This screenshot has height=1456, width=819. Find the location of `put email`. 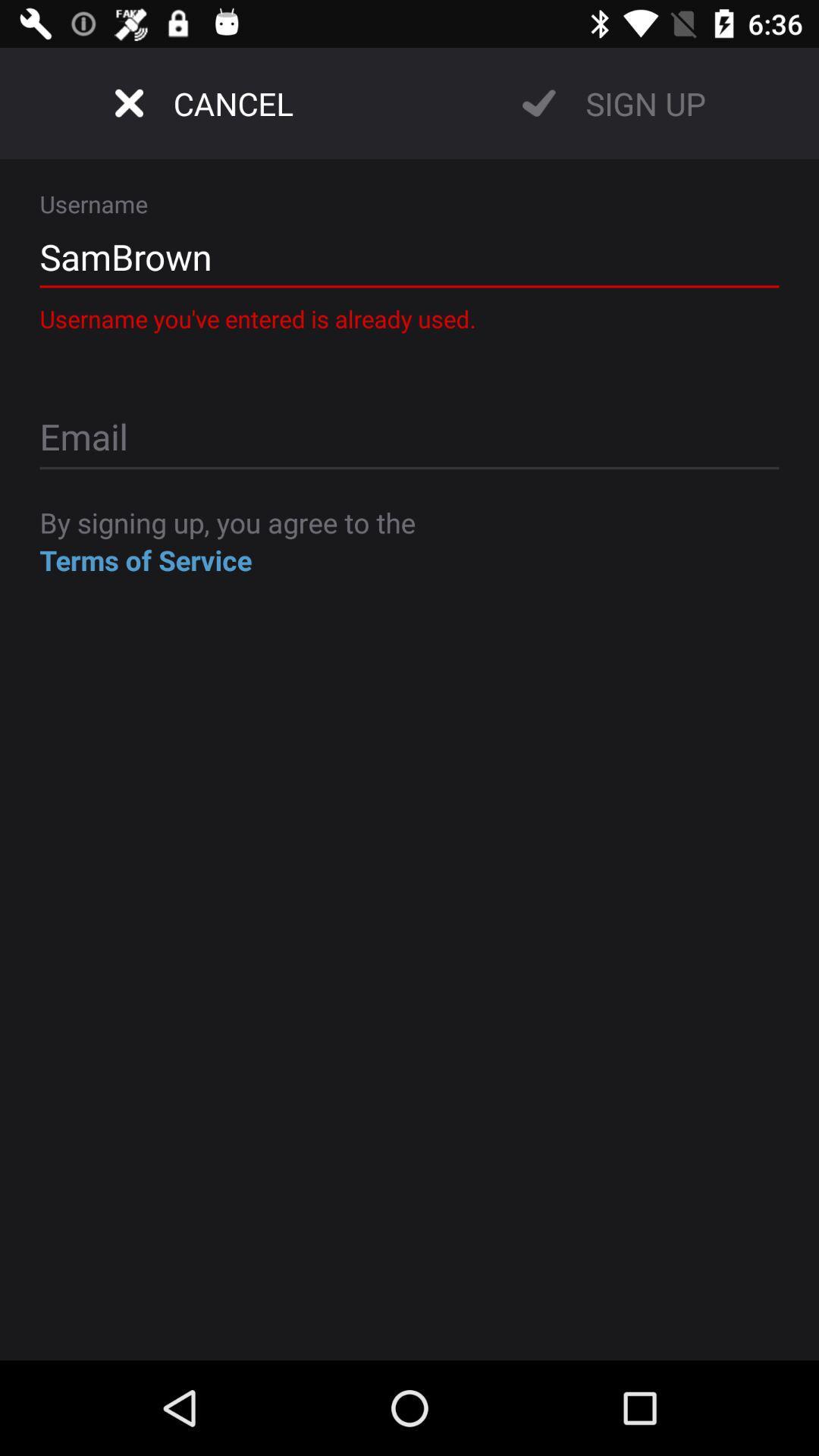

put email is located at coordinates (409, 438).